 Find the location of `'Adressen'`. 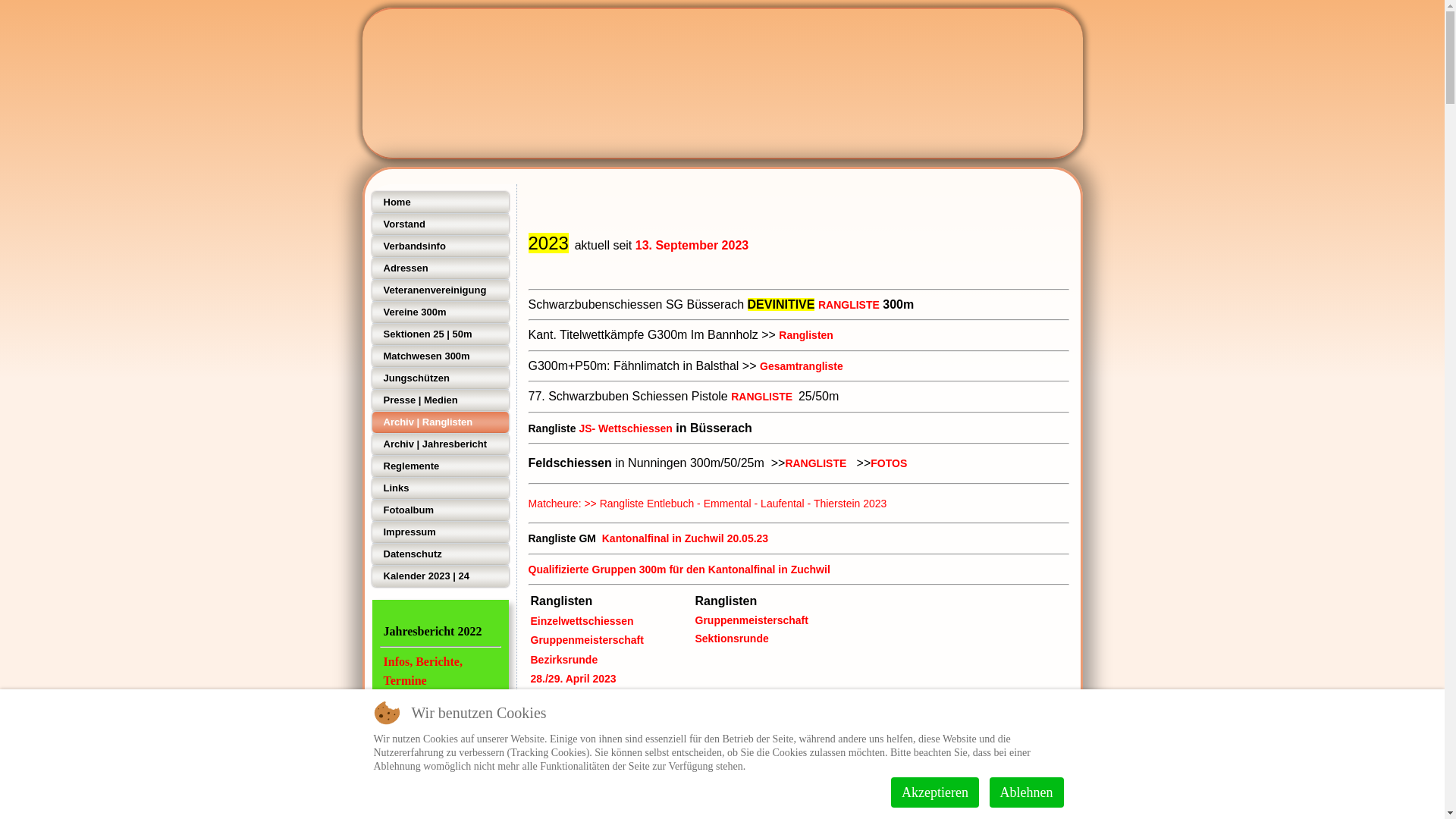

'Adressen' is located at coordinates (371, 268).